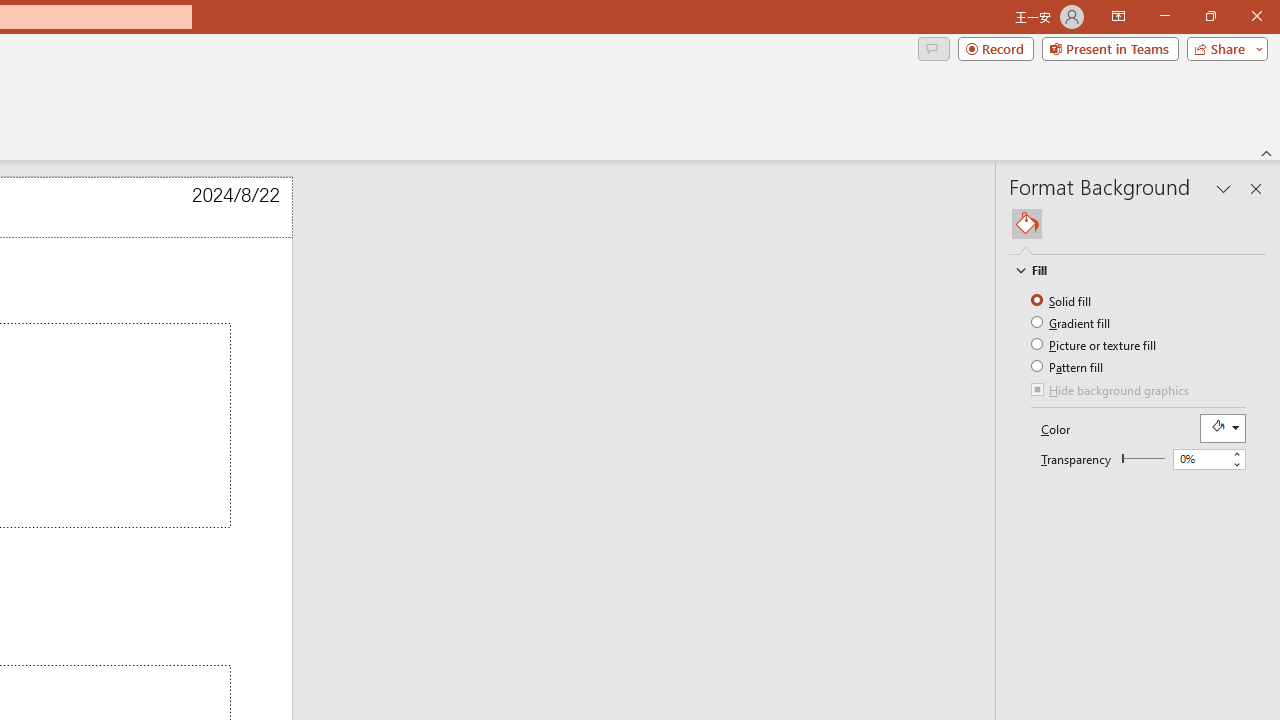 This screenshot has width=1280, height=720. What do you see at coordinates (1200, 458) in the screenshot?
I see `'Transparency'` at bounding box center [1200, 458].